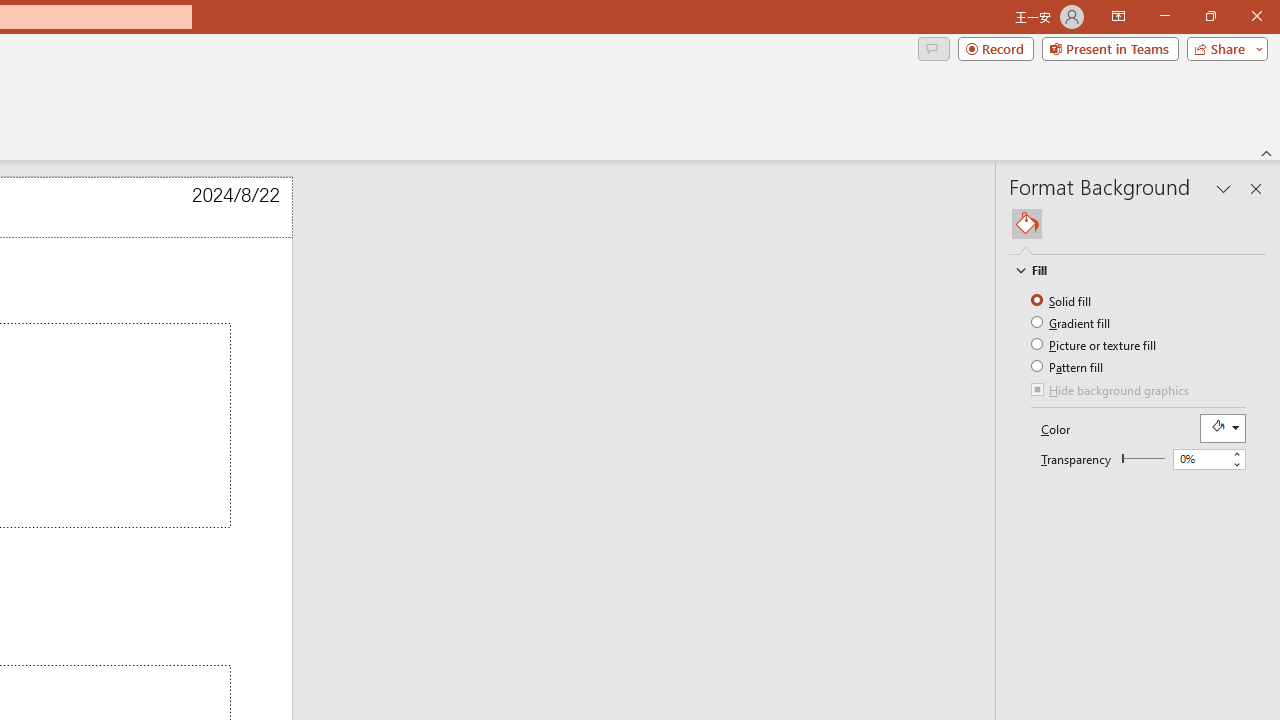 This screenshot has width=1280, height=720. What do you see at coordinates (1200, 458) in the screenshot?
I see `'Transparency'` at bounding box center [1200, 458].